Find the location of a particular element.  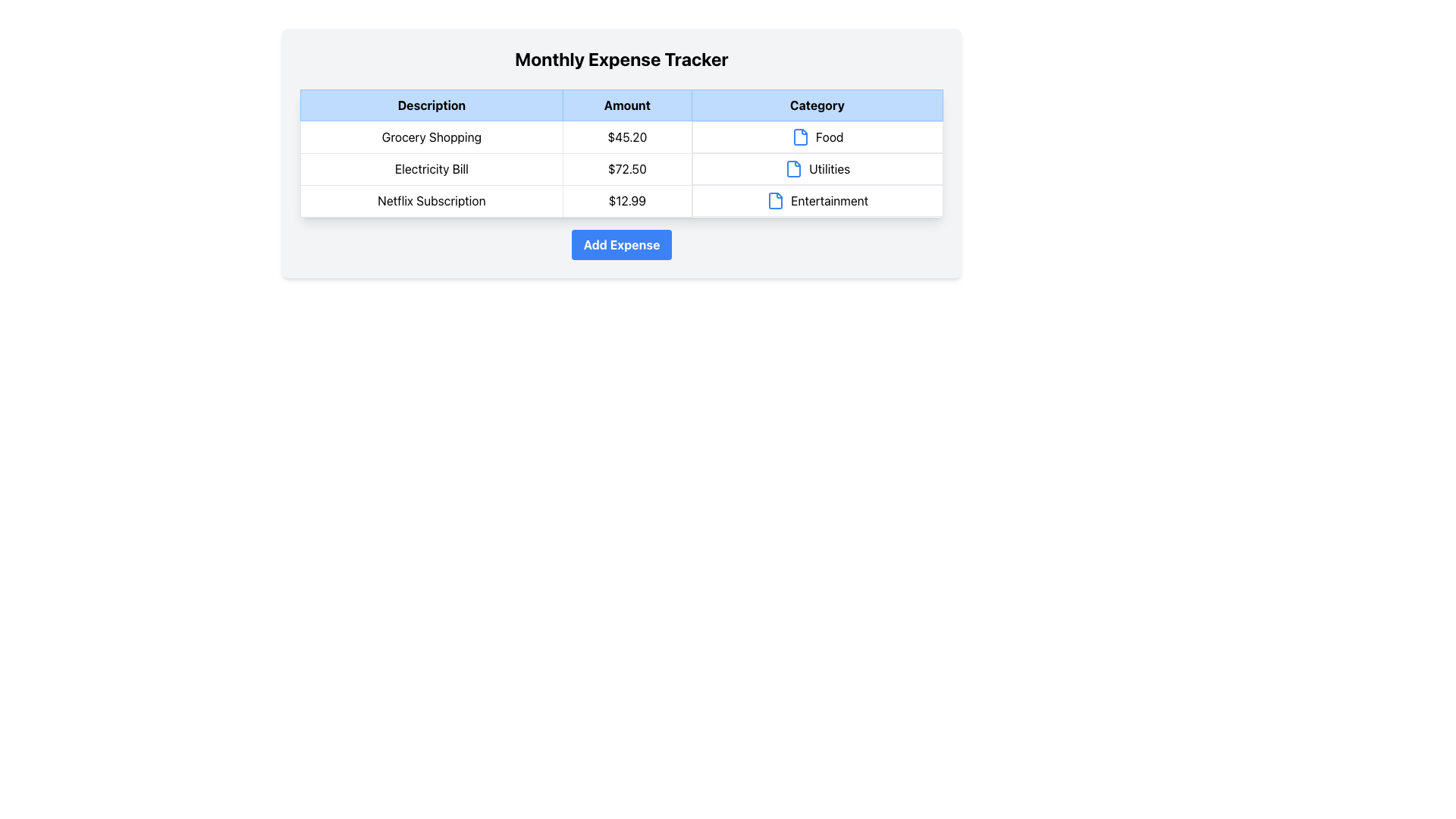

the small blue file icon located in the 'Category' column of the 'Netflix Subscription' row in the table, as it supports interaction is located at coordinates (775, 200).